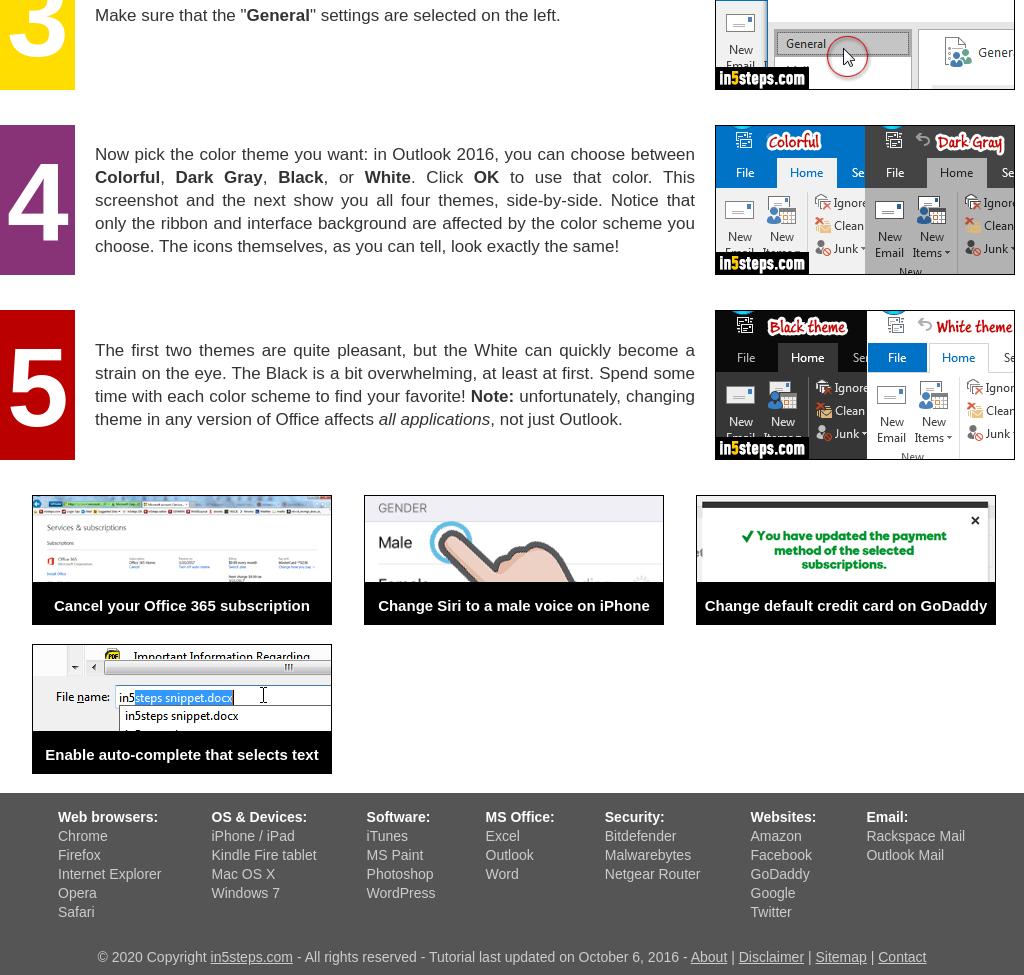 Image resolution: width=1024 pixels, height=975 pixels. What do you see at coordinates (37, 202) in the screenshot?
I see `'4'` at bounding box center [37, 202].